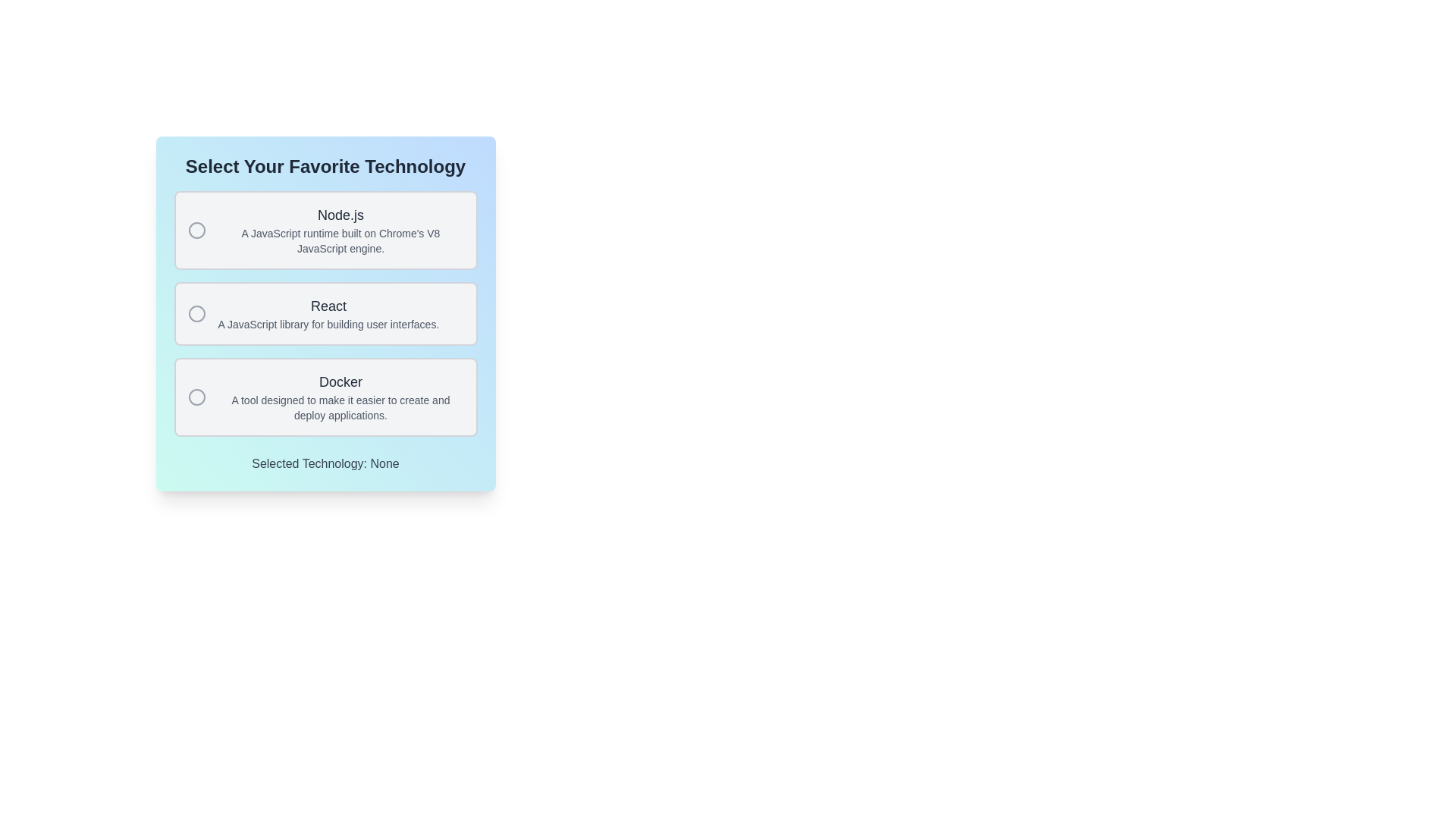 The width and height of the screenshot is (1456, 819). Describe the element at coordinates (196, 312) in the screenshot. I see `the second radio button in the 'Select Your Favorite Technology' list, located to the left of the 'React' option` at that location.